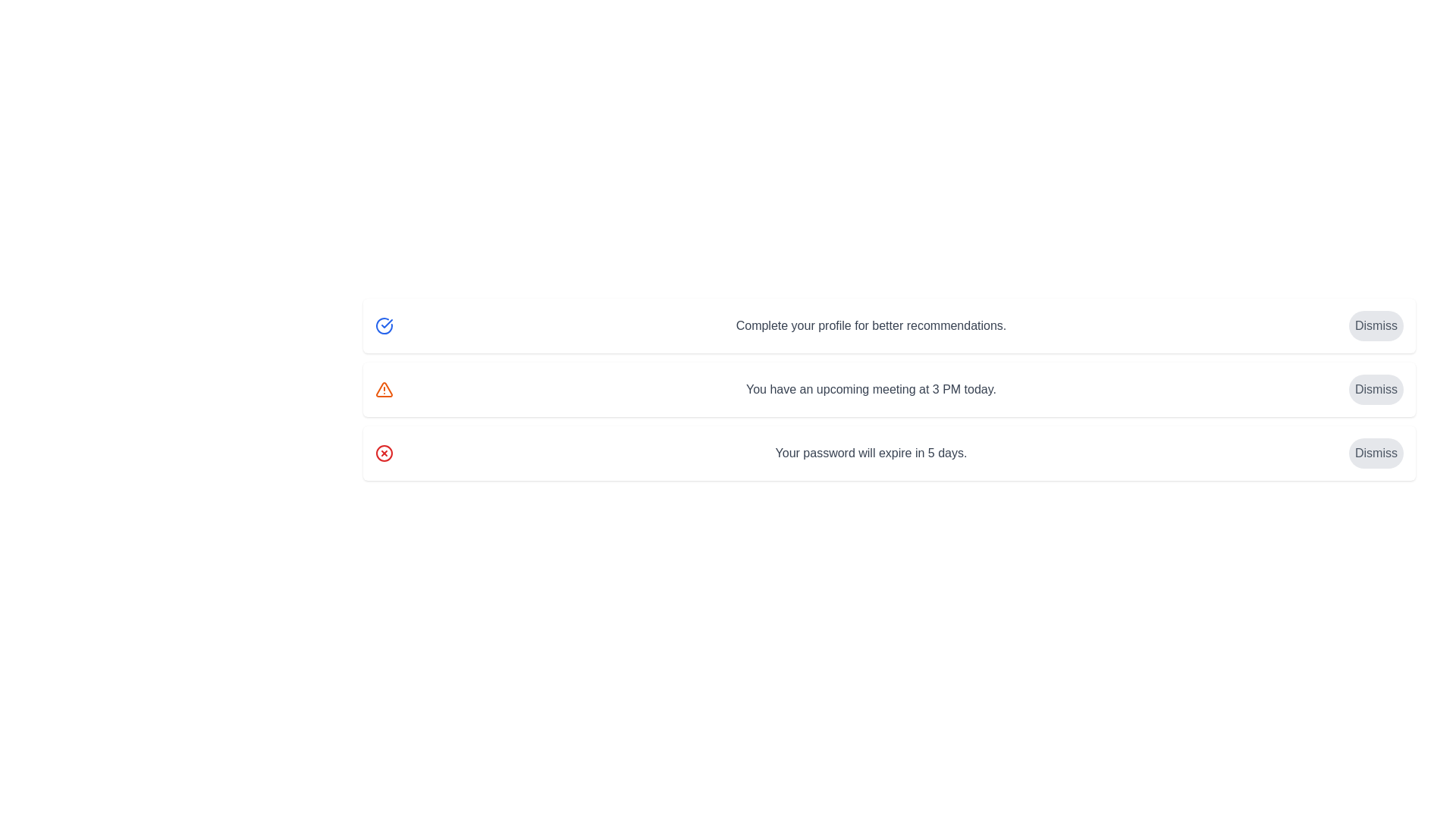 This screenshot has height=819, width=1456. Describe the element at coordinates (1376, 452) in the screenshot. I see `dismiss button corresponding to the alert with text 'Your password will expire in 5 days.'` at that location.